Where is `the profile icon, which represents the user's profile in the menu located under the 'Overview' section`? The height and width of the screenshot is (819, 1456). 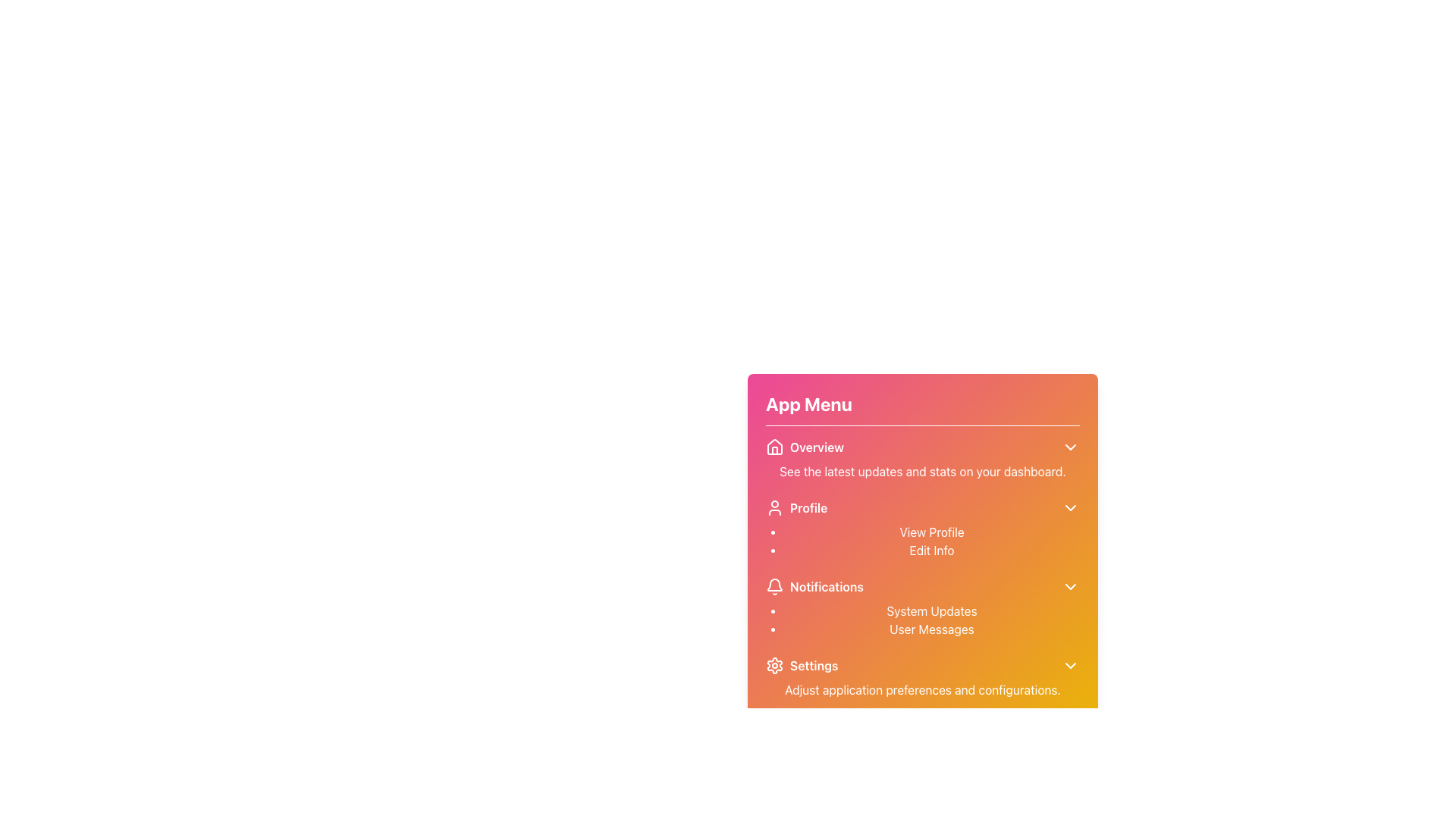 the profile icon, which represents the user's profile in the menu located under the 'Overview' section is located at coordinates (775, 508).